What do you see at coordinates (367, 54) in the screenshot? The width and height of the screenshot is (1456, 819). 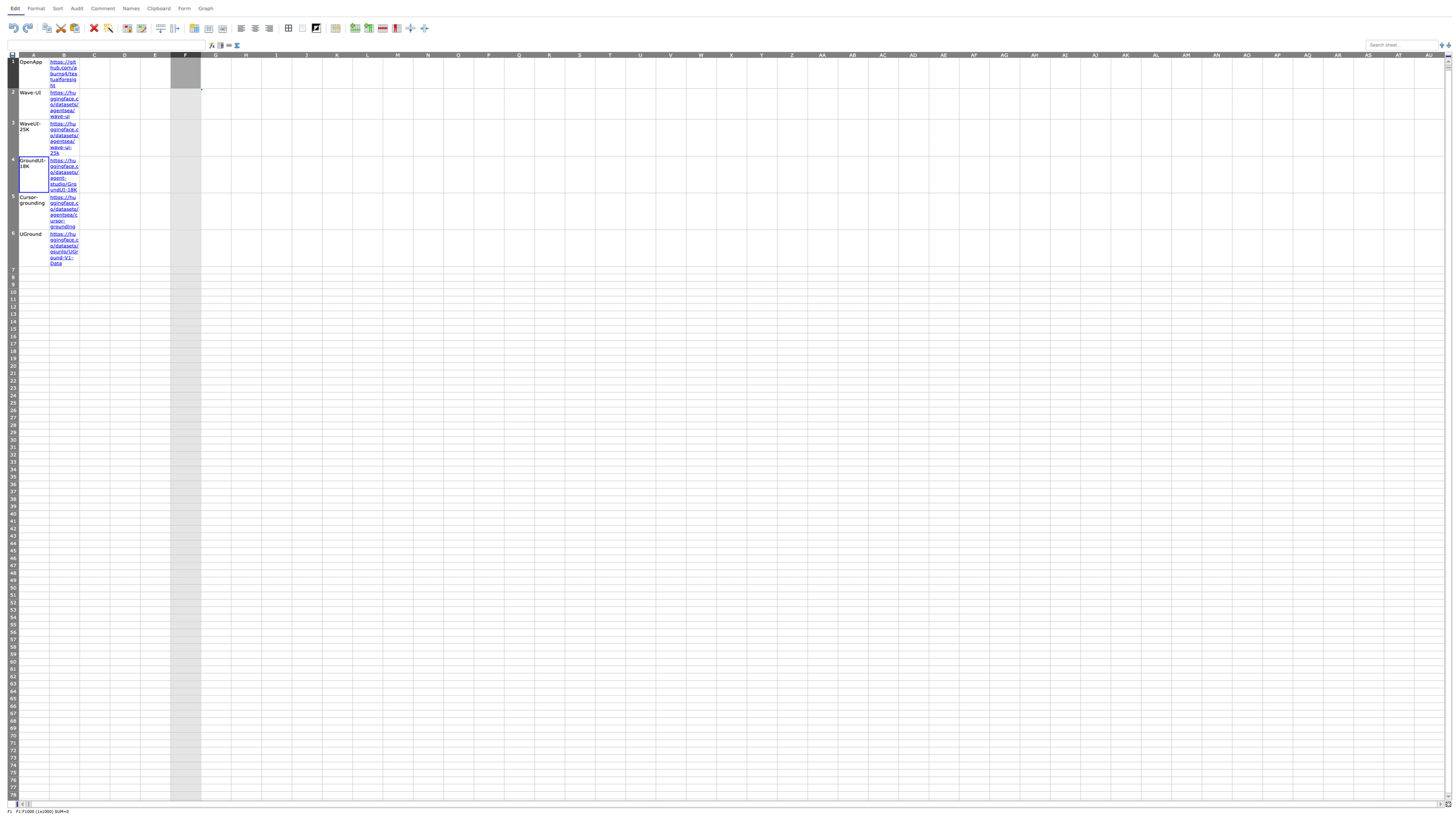 I see `column L` at bounding box center [367, 54].